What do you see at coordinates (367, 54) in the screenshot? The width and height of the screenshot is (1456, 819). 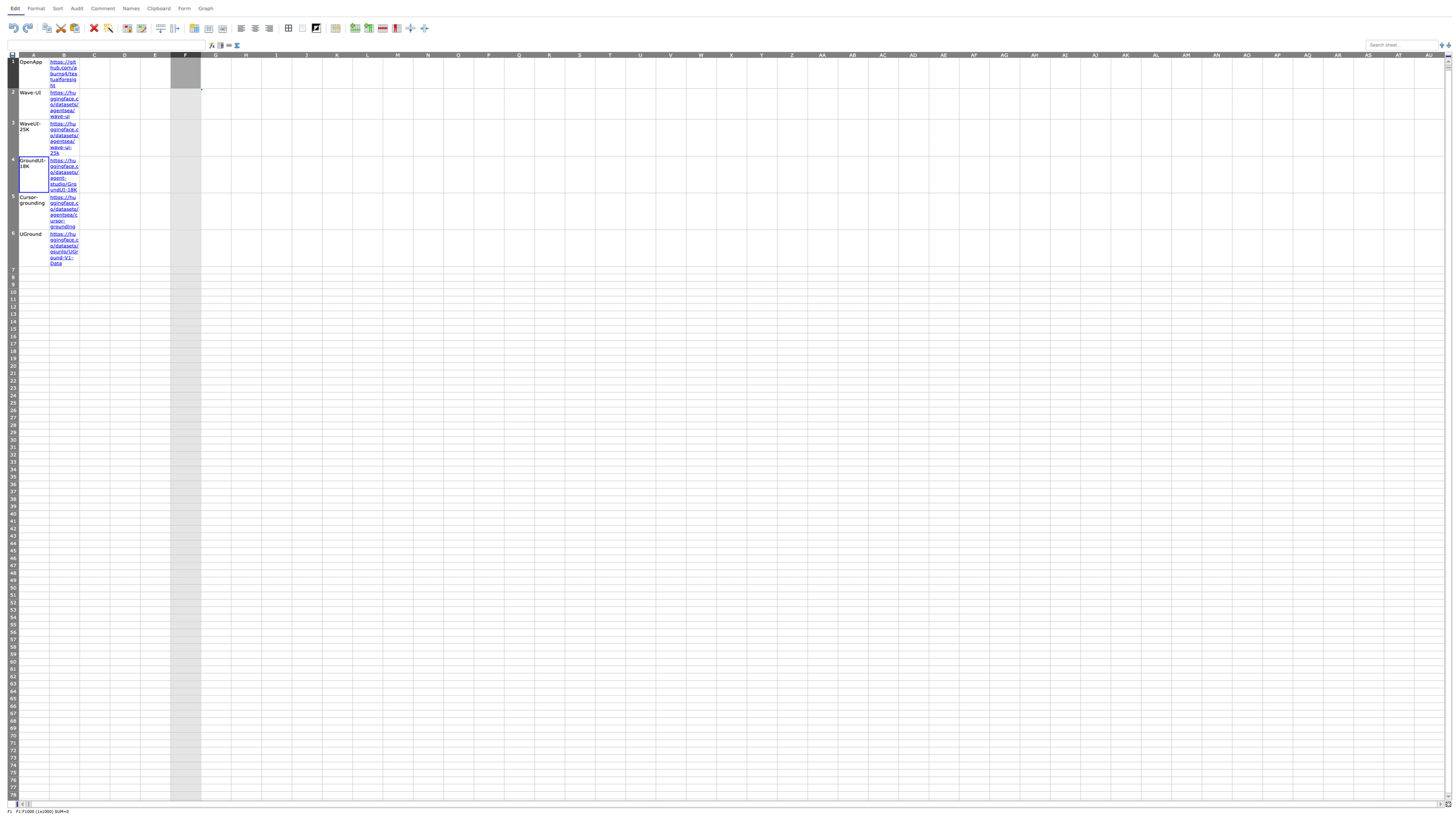 I see `column L` at bounding box center [367, 54].